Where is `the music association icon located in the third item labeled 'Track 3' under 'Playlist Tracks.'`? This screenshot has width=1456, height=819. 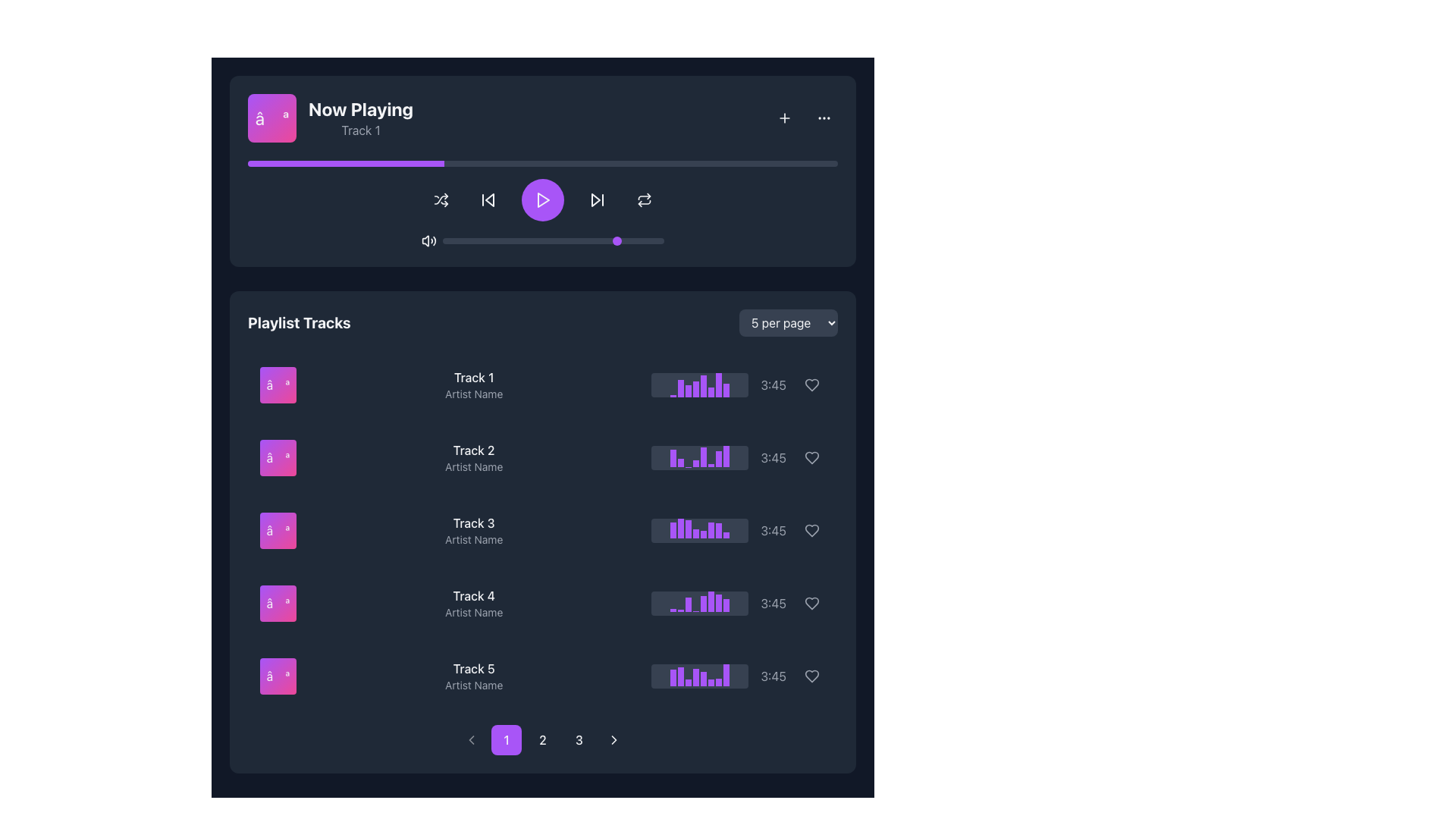 the music association icon located in the third item labeled 'Track 3' under 'Playlist Tracks.' is located at coordinates (278, 529).